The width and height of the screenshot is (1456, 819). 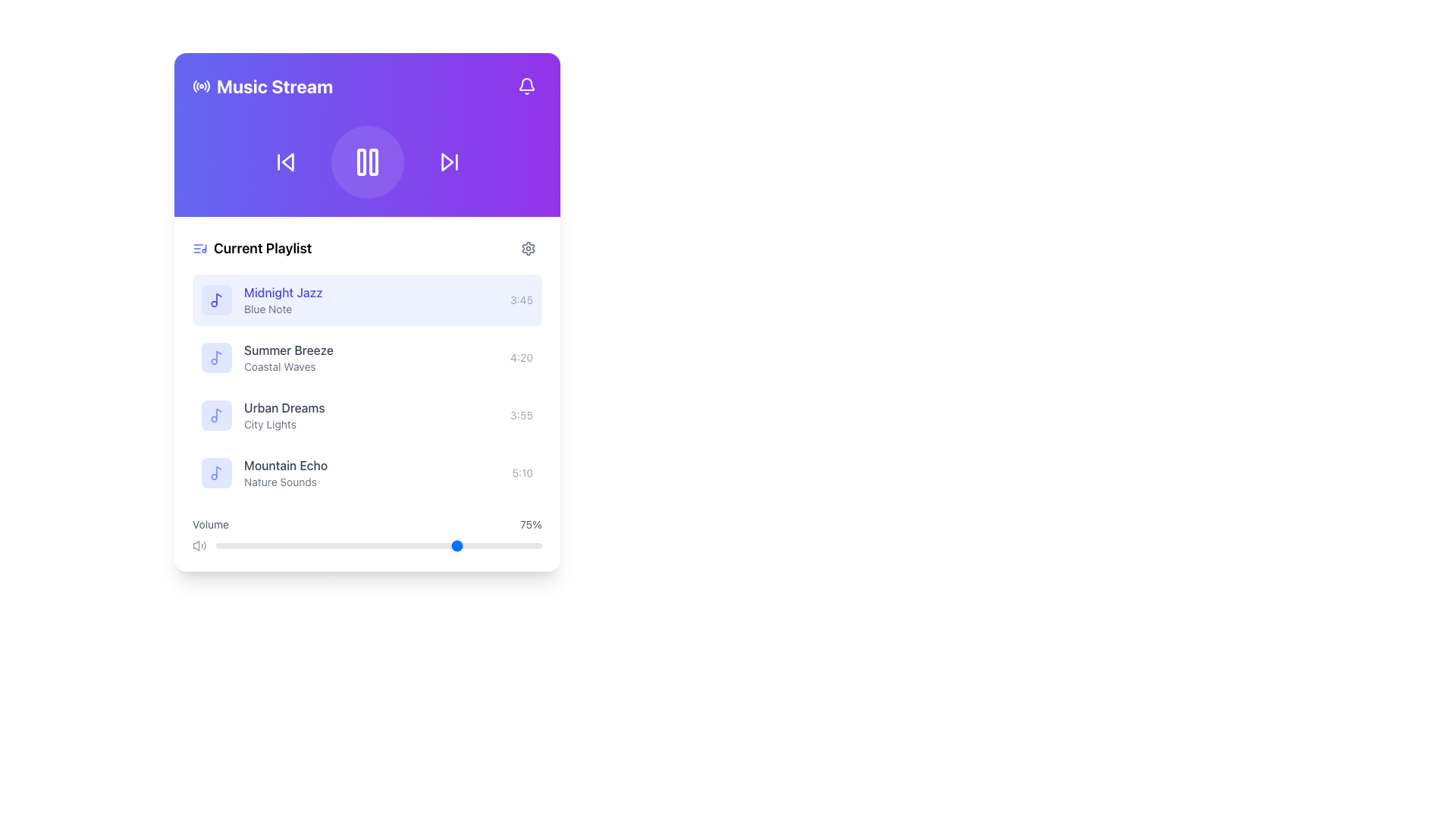 What do you see at coordinates (227, 546) in the screenshot?
I see `the volume slider` at bounding box center [227, 546].